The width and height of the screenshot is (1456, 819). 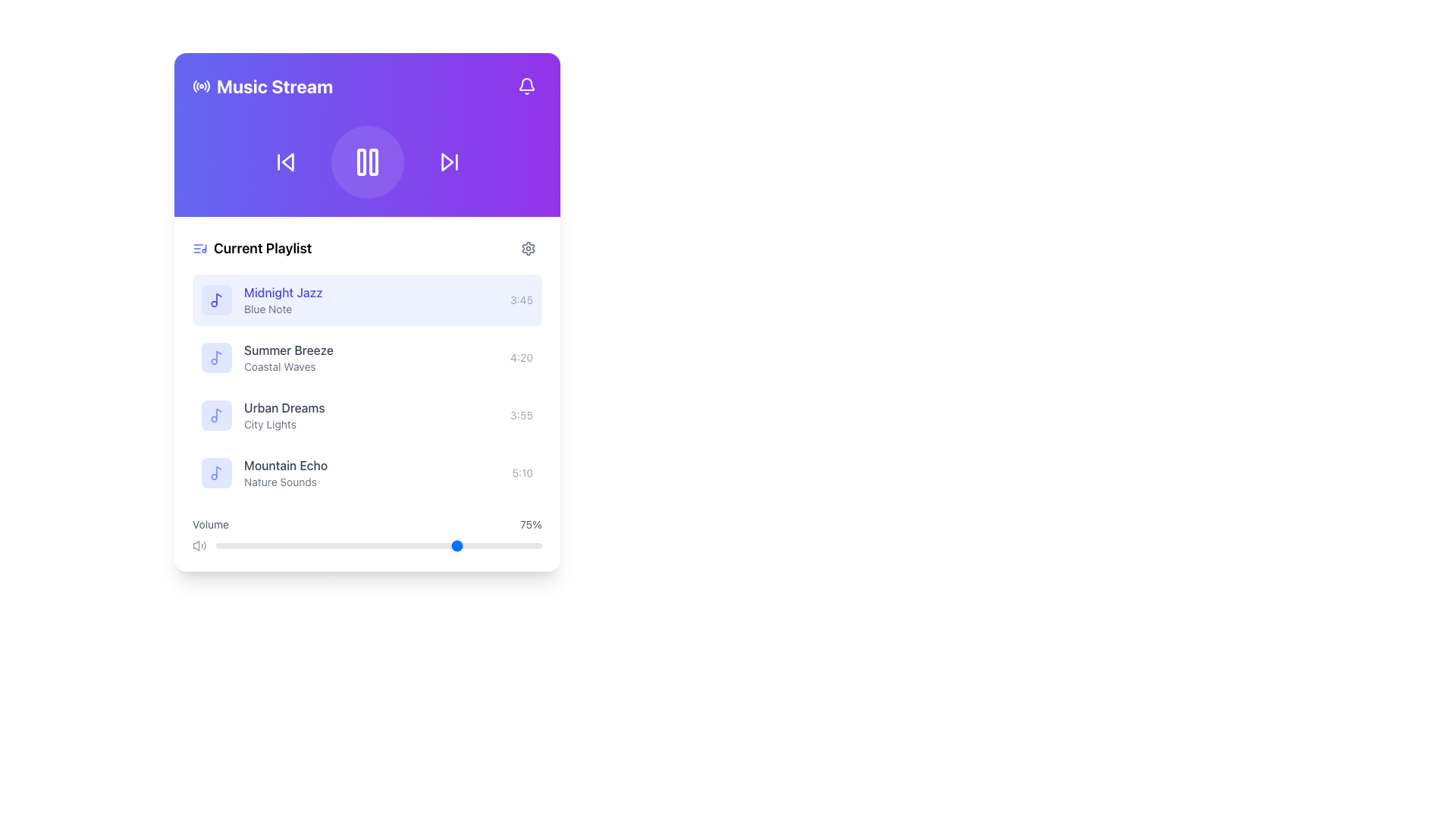 What do you see at coordinates (227, 546) in the screenshot?
I see `the volume slider` at bounding box center [227, 546].